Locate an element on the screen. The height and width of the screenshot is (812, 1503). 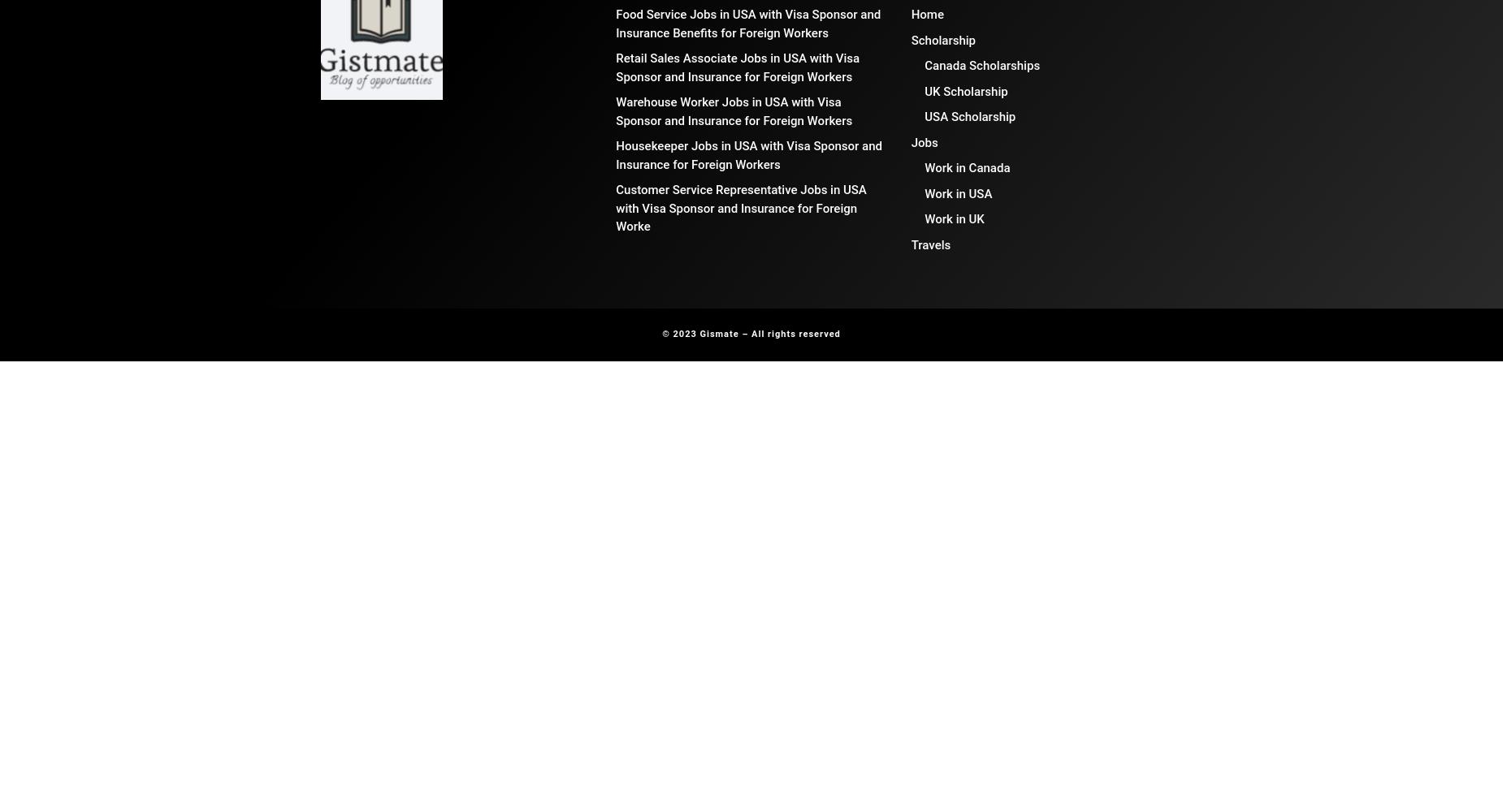
'USA Scholarship' is located at coordinates (968, 117).